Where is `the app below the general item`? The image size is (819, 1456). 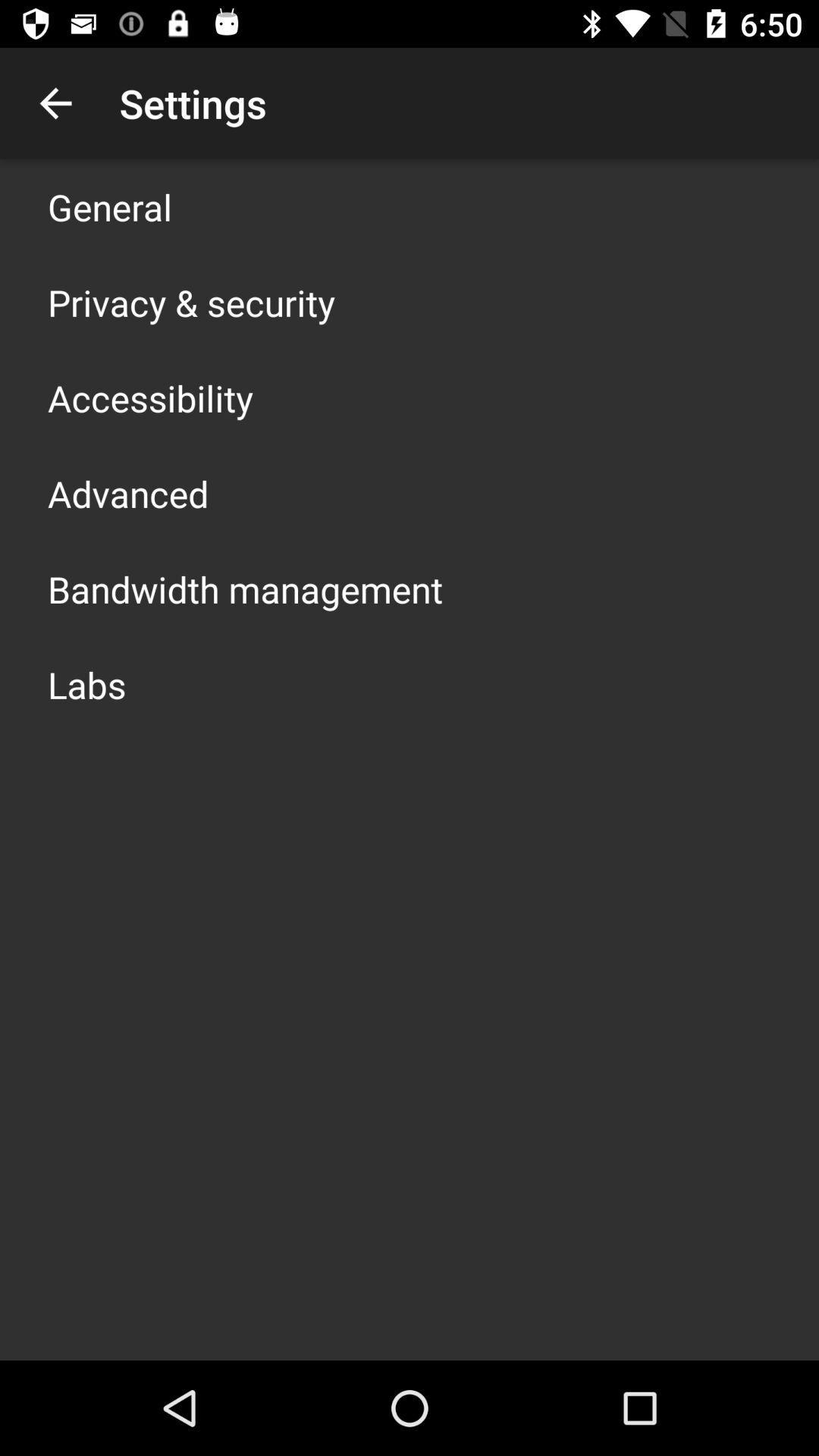 the app below the general item is located at coordinates (190, 302).